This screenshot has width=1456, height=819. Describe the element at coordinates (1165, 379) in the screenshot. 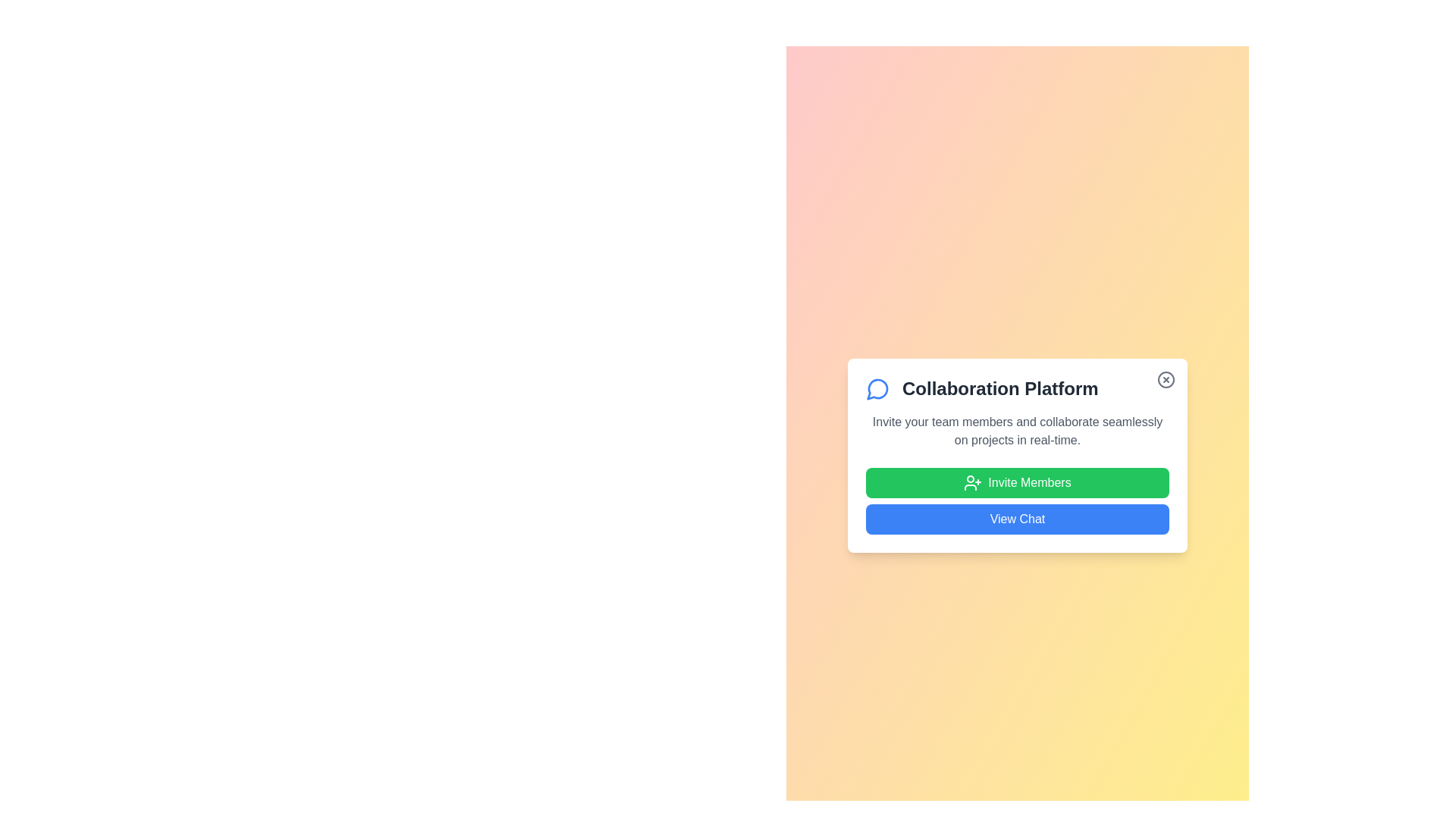

I see `the close button to close the dialog` at that location.